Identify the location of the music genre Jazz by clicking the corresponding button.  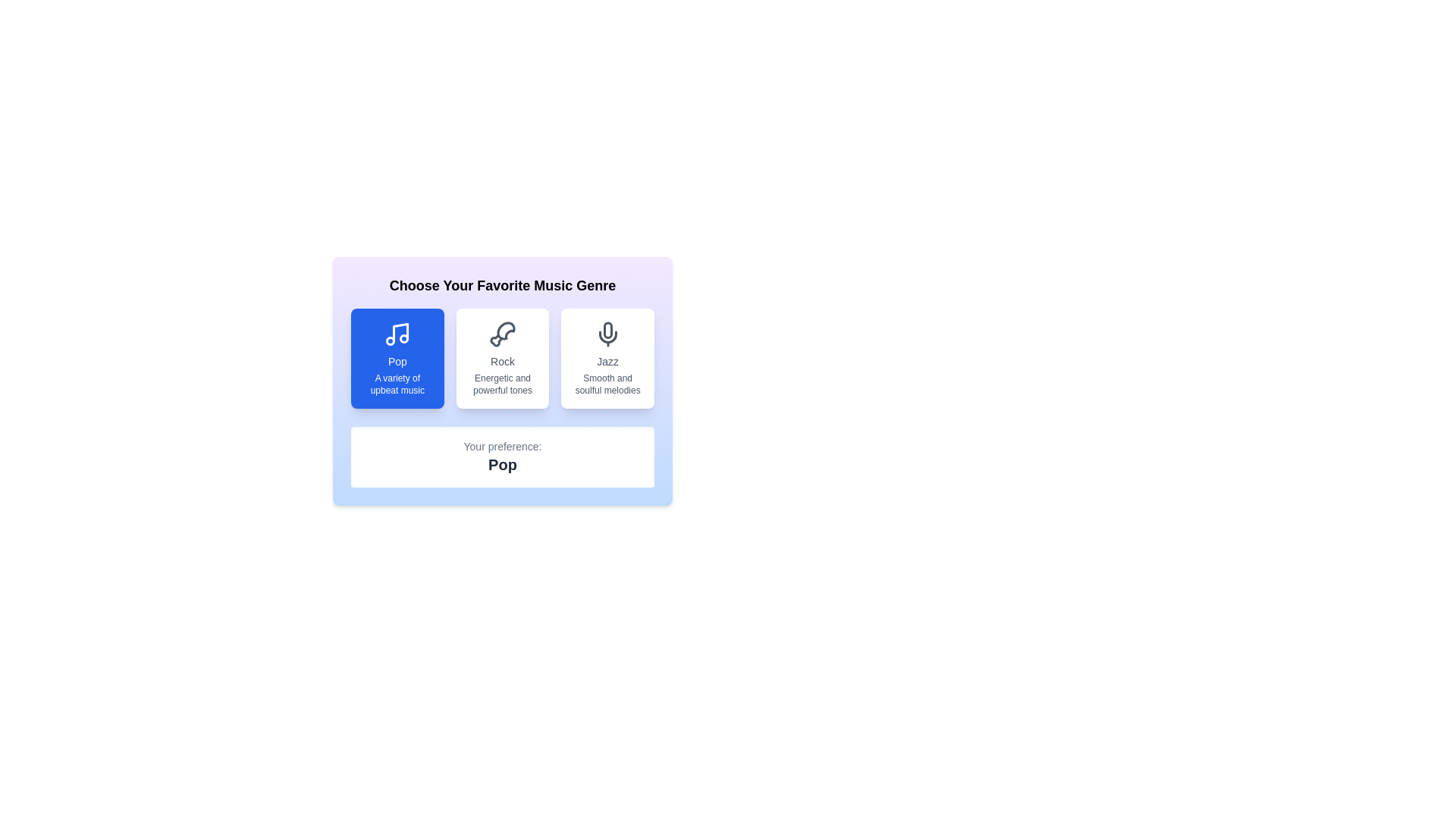
(607, 359).